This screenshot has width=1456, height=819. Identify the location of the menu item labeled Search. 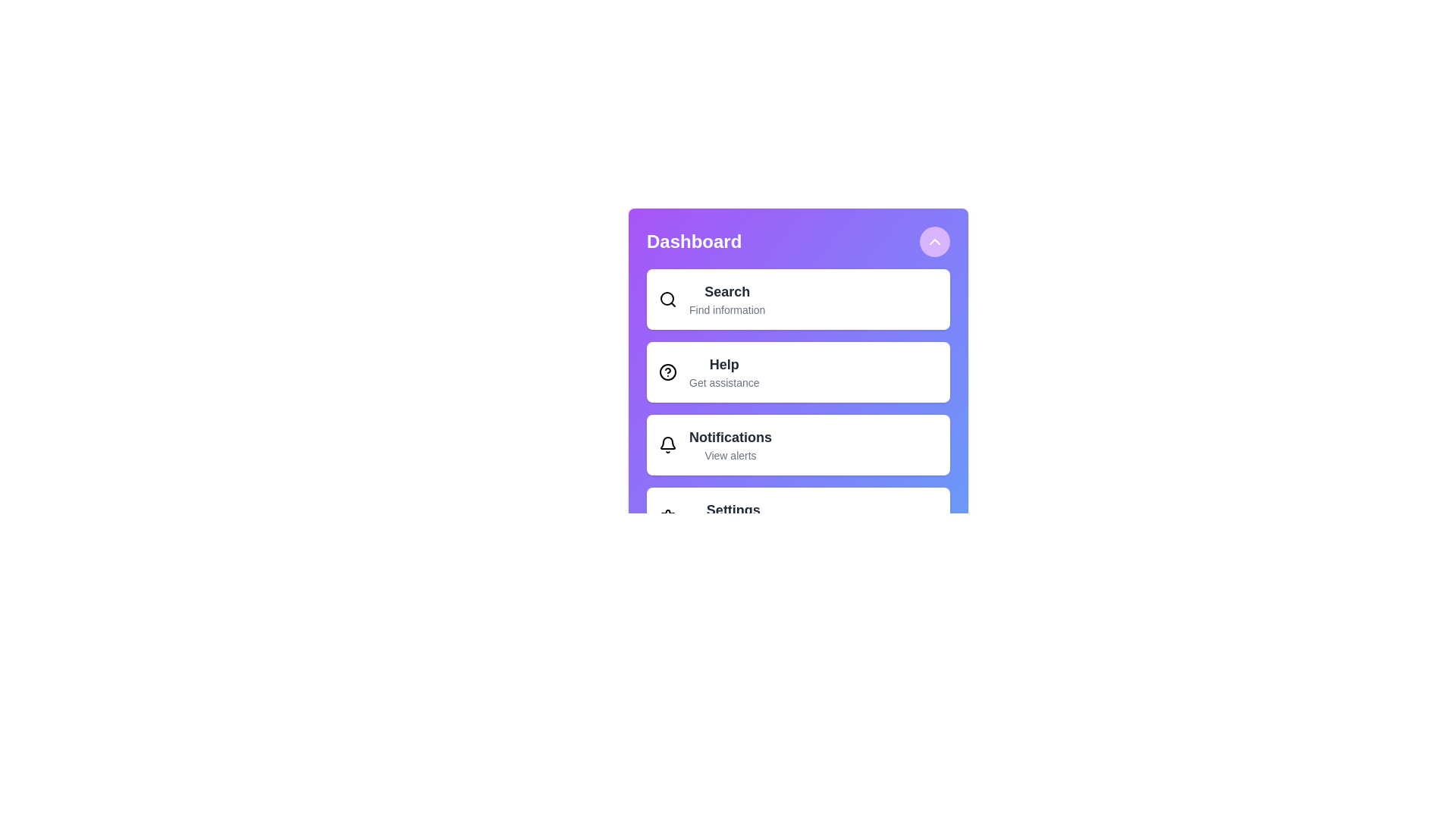
(797, 299).